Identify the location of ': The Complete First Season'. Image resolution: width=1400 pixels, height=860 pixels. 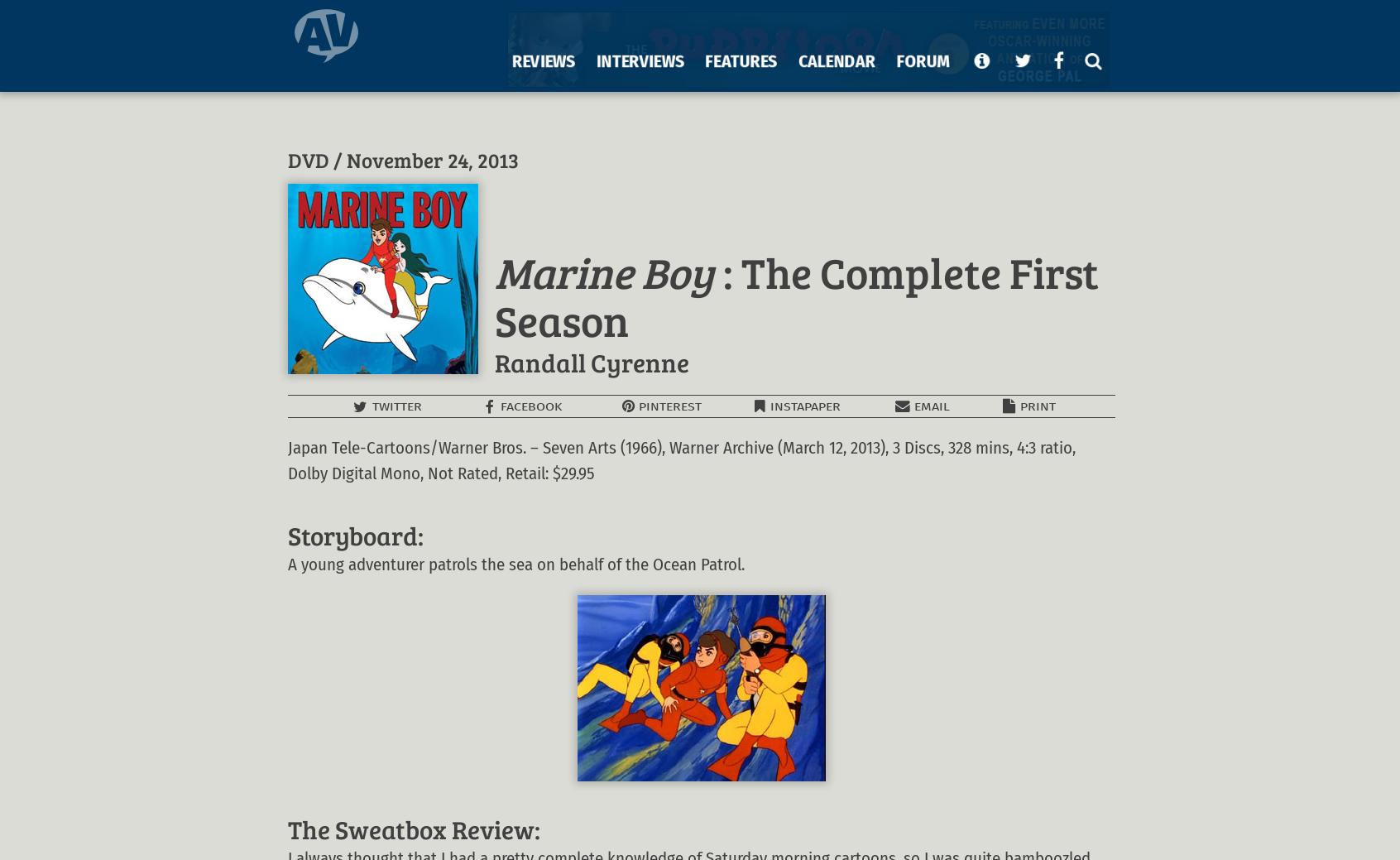
(796, 295).